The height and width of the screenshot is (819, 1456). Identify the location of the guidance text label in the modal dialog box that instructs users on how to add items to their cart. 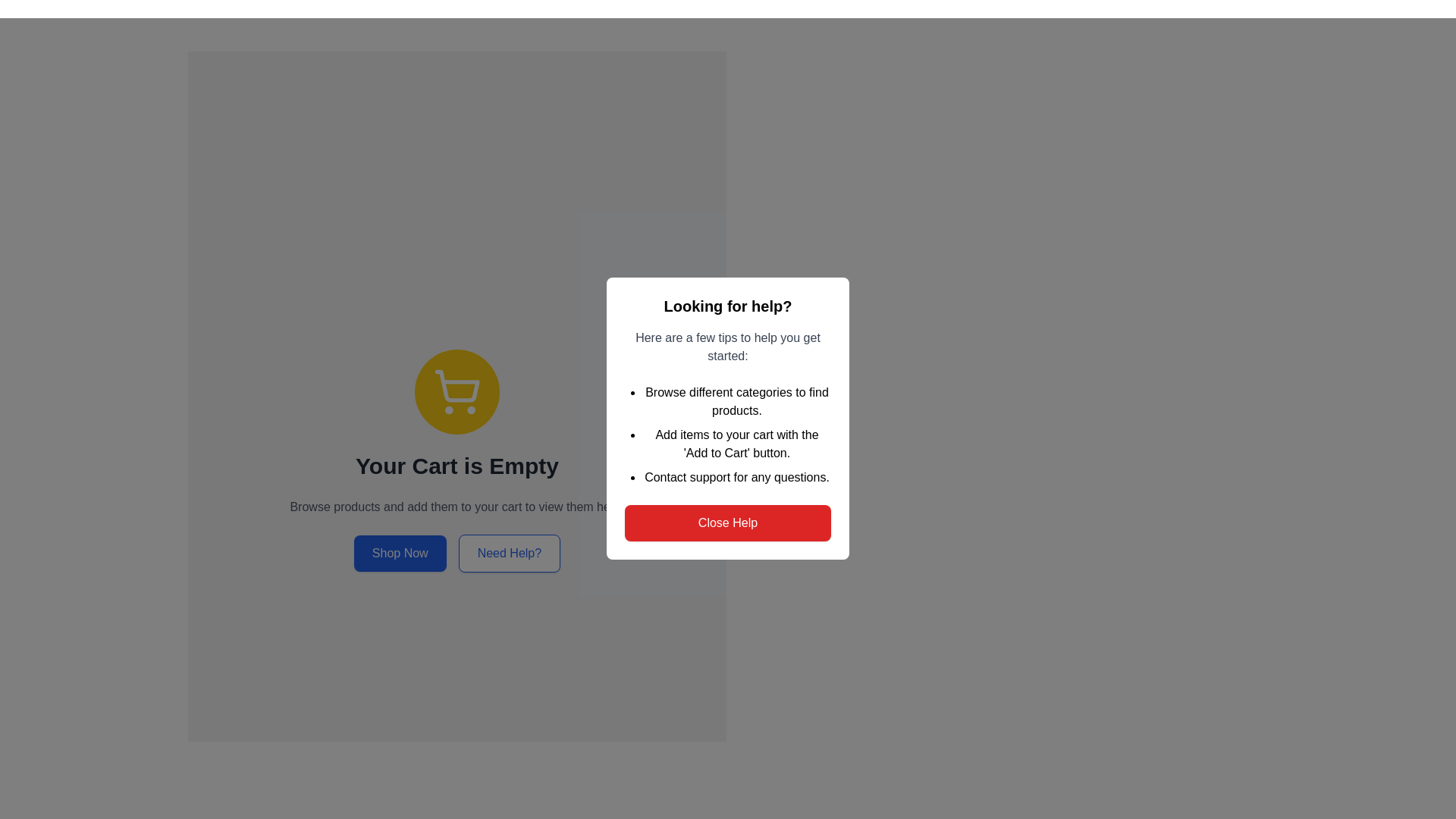
(736, 444).